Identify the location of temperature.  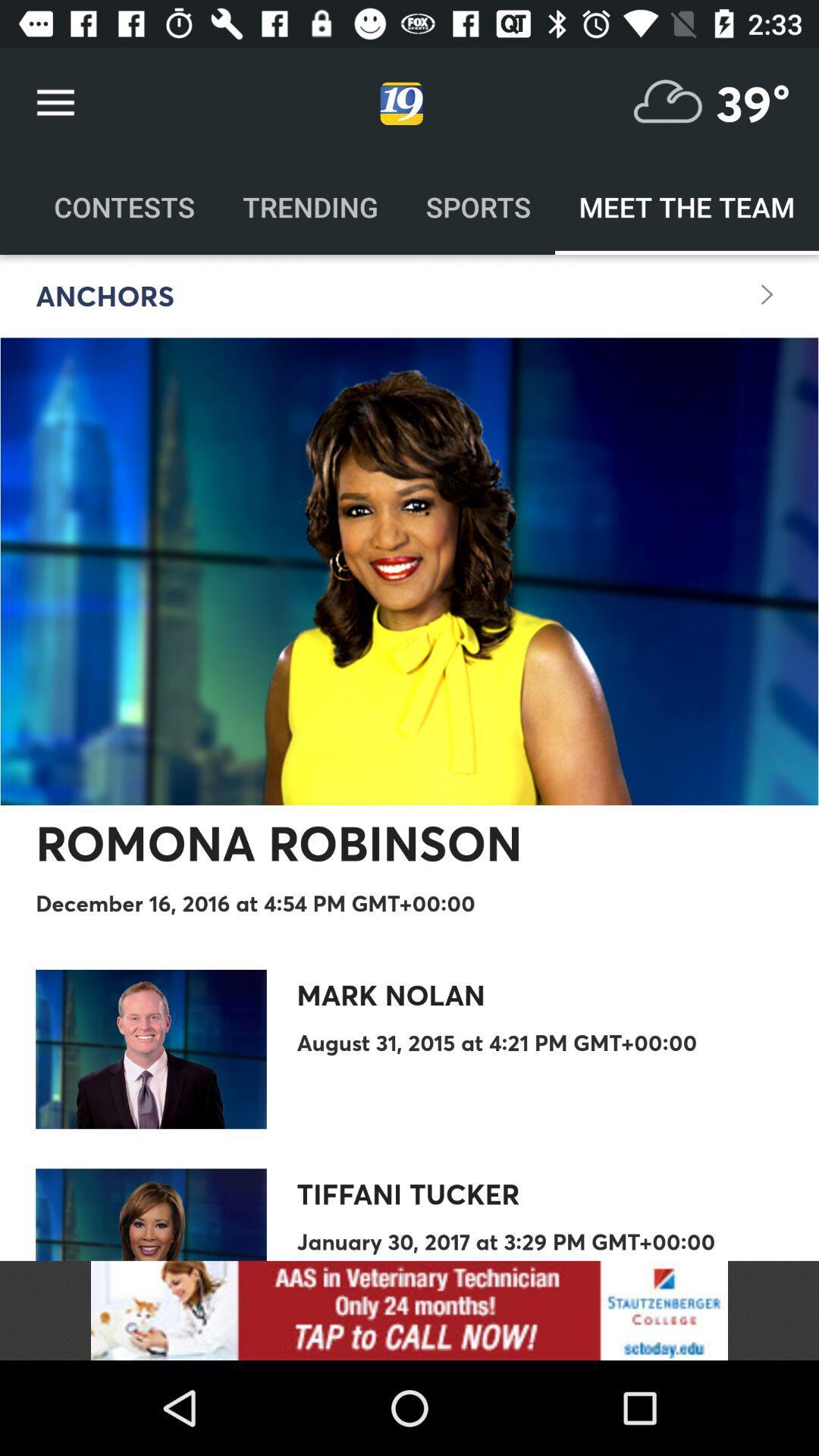
(667, 102).